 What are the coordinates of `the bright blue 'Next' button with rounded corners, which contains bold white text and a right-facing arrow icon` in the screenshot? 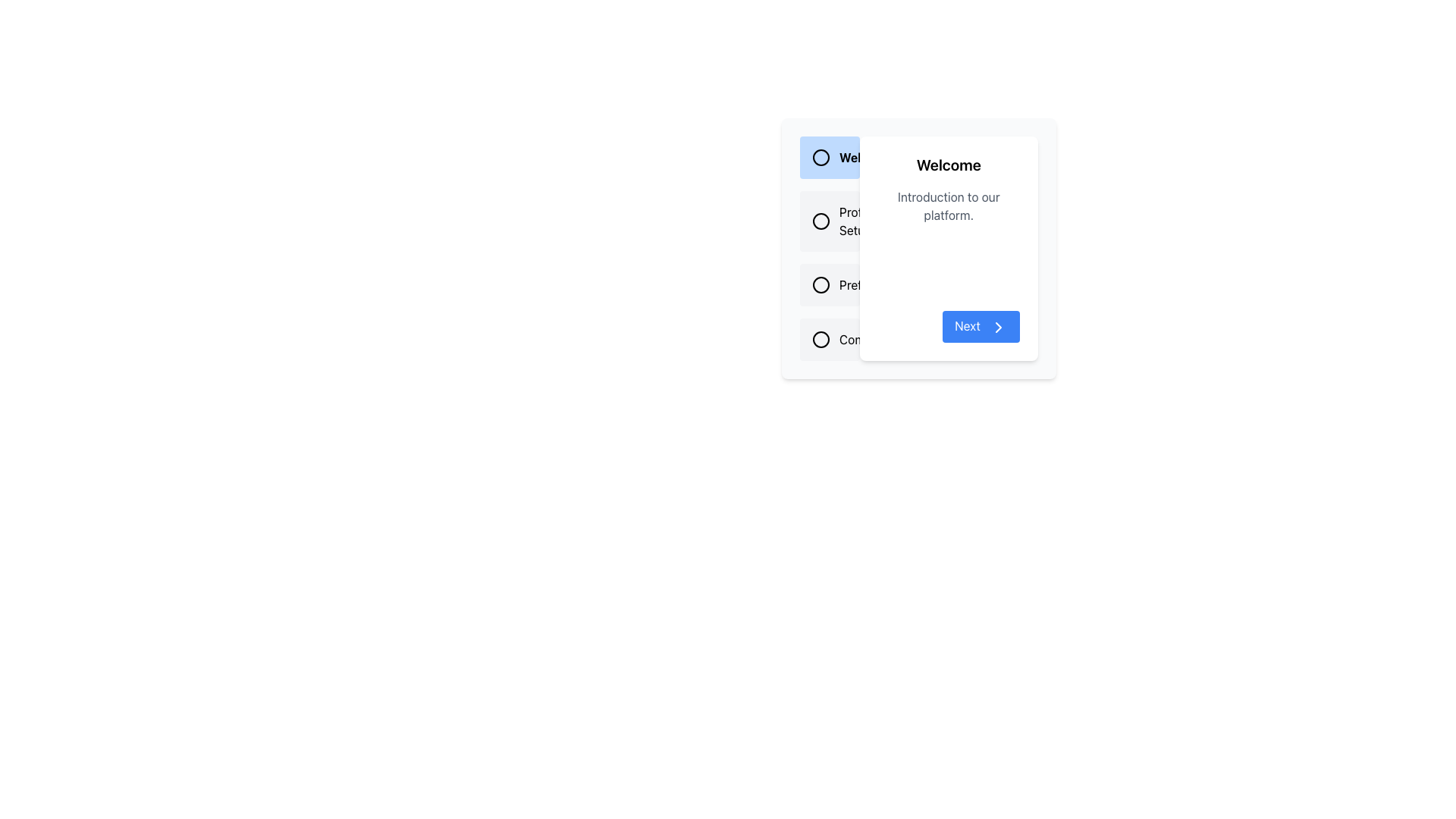 It's located at (981, 326).